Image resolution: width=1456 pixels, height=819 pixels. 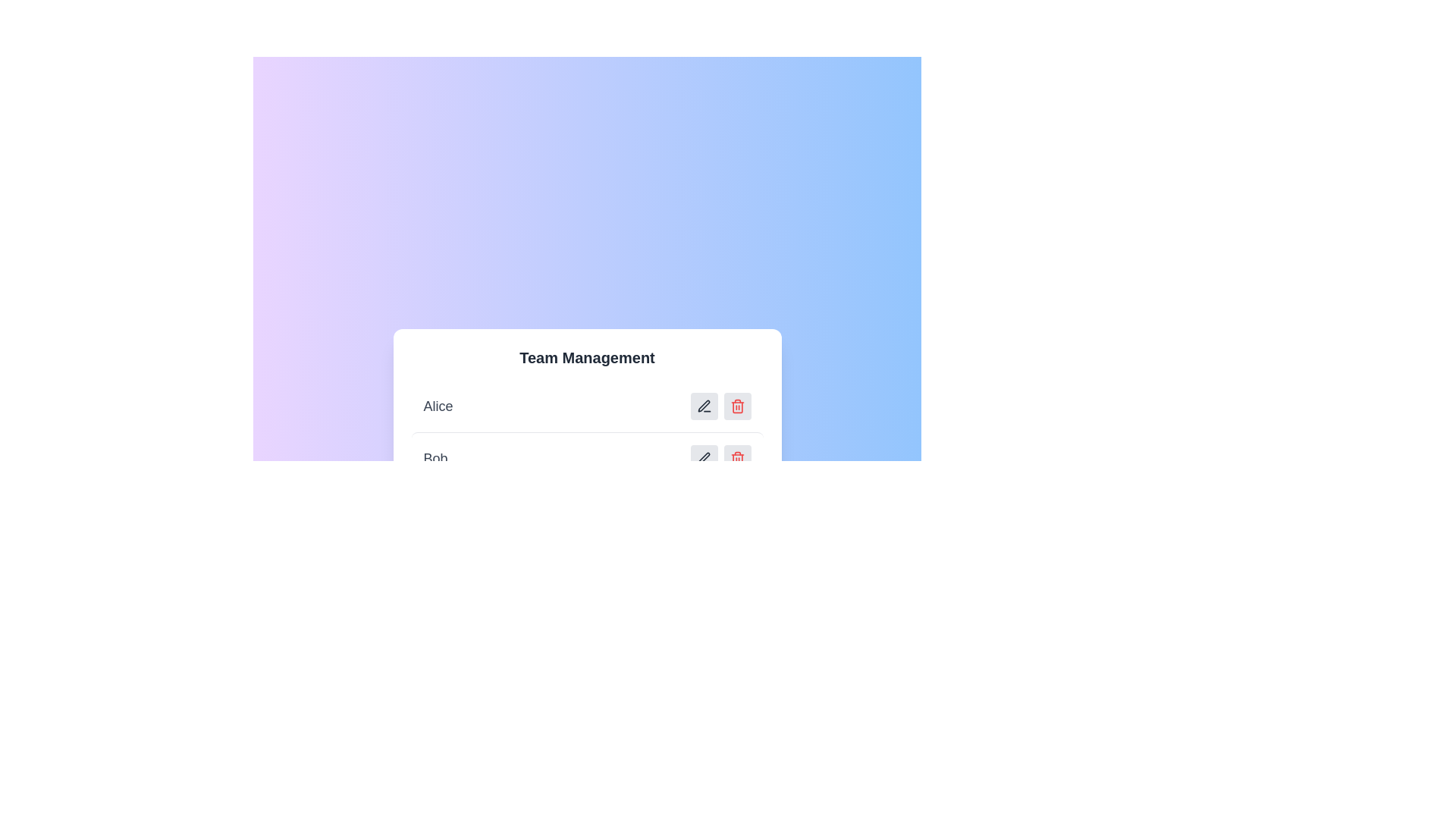 I want to click on edit button for the team member Bob, so click(x=703, y=458).